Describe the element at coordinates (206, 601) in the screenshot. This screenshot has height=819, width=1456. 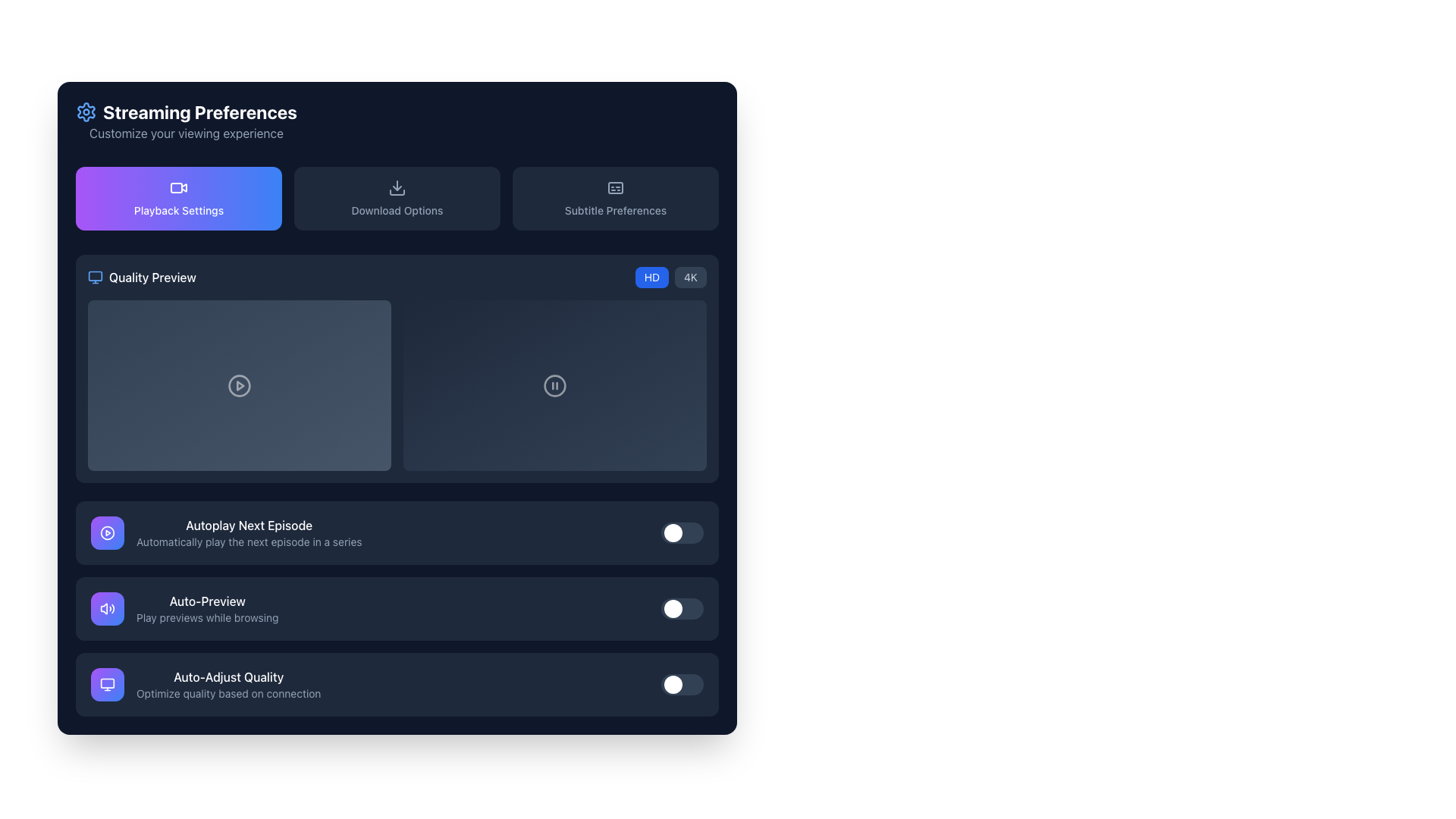
I see `the Text Label that serves as a title for the 'Auto-Preview' feature, located above the descriptive text 'Play previews while browsing.'` at that location.